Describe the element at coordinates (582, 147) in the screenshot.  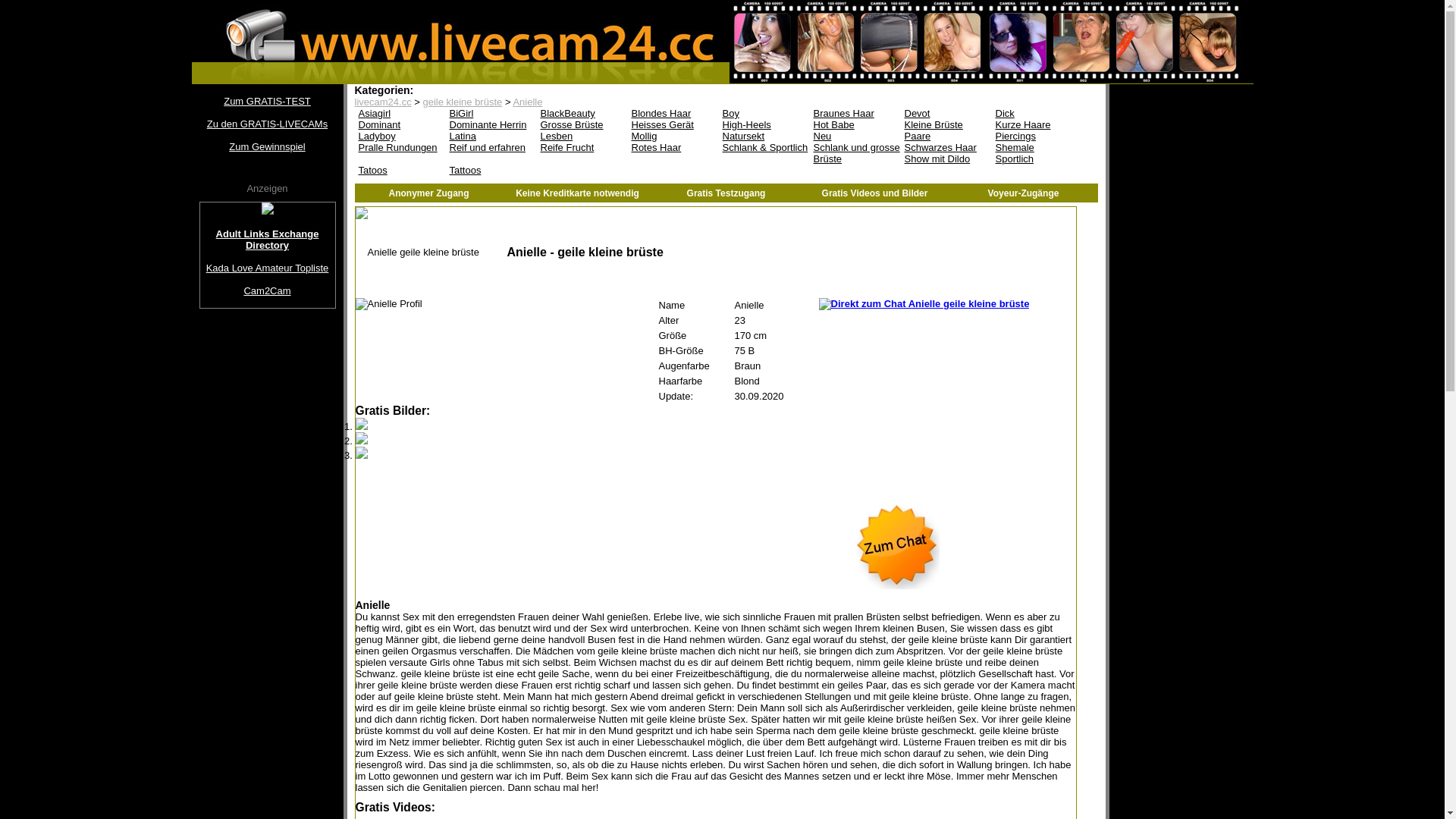
I see `'Reife Frucht'` at that location.